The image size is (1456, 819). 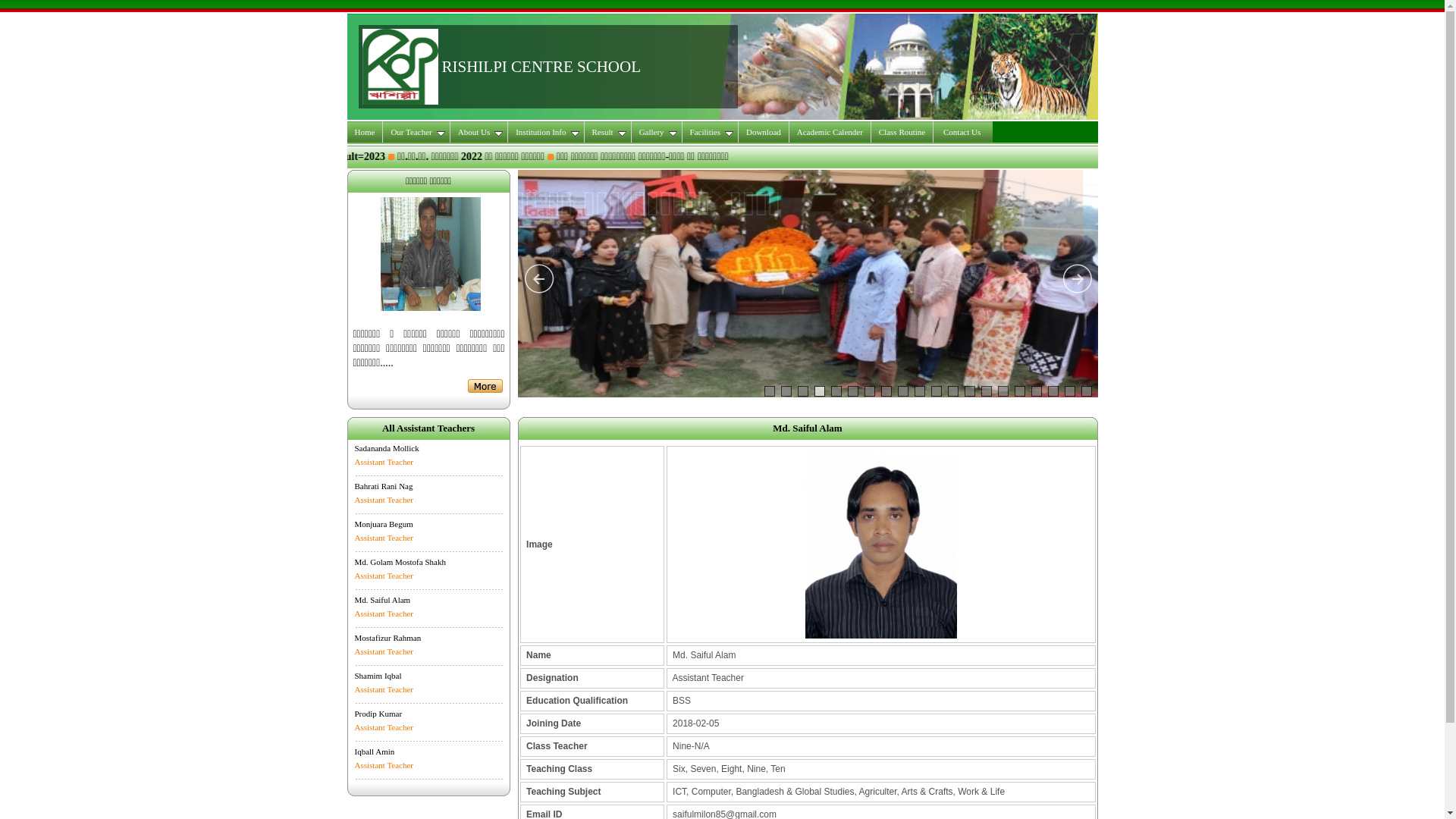 What do you see at coordinates (365, 130) in the screenshot?
I see `'Home'` at bounding box center [365, 130].